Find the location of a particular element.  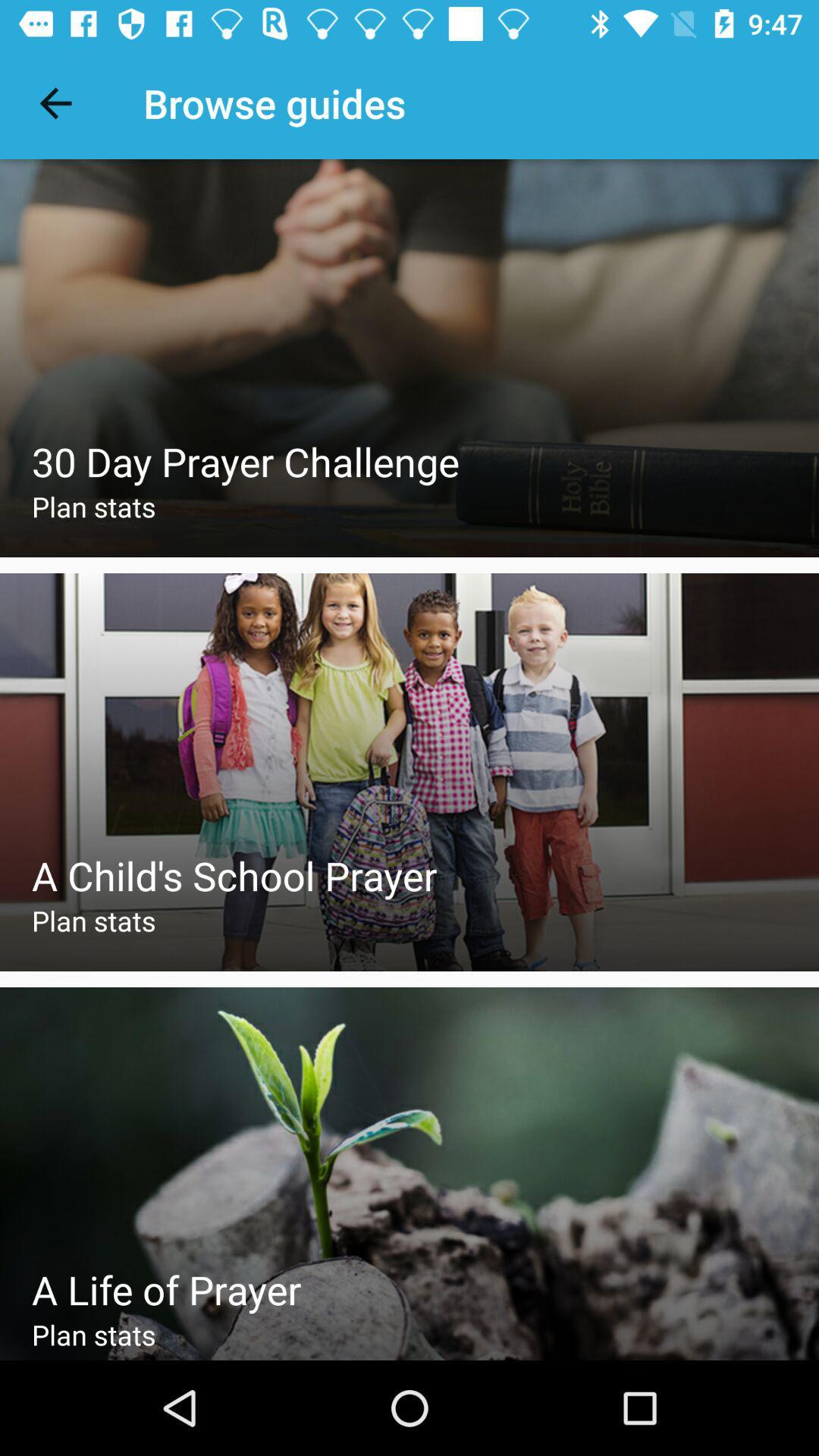

icon to the left of the browse guides is located at coordinates (55, 102).